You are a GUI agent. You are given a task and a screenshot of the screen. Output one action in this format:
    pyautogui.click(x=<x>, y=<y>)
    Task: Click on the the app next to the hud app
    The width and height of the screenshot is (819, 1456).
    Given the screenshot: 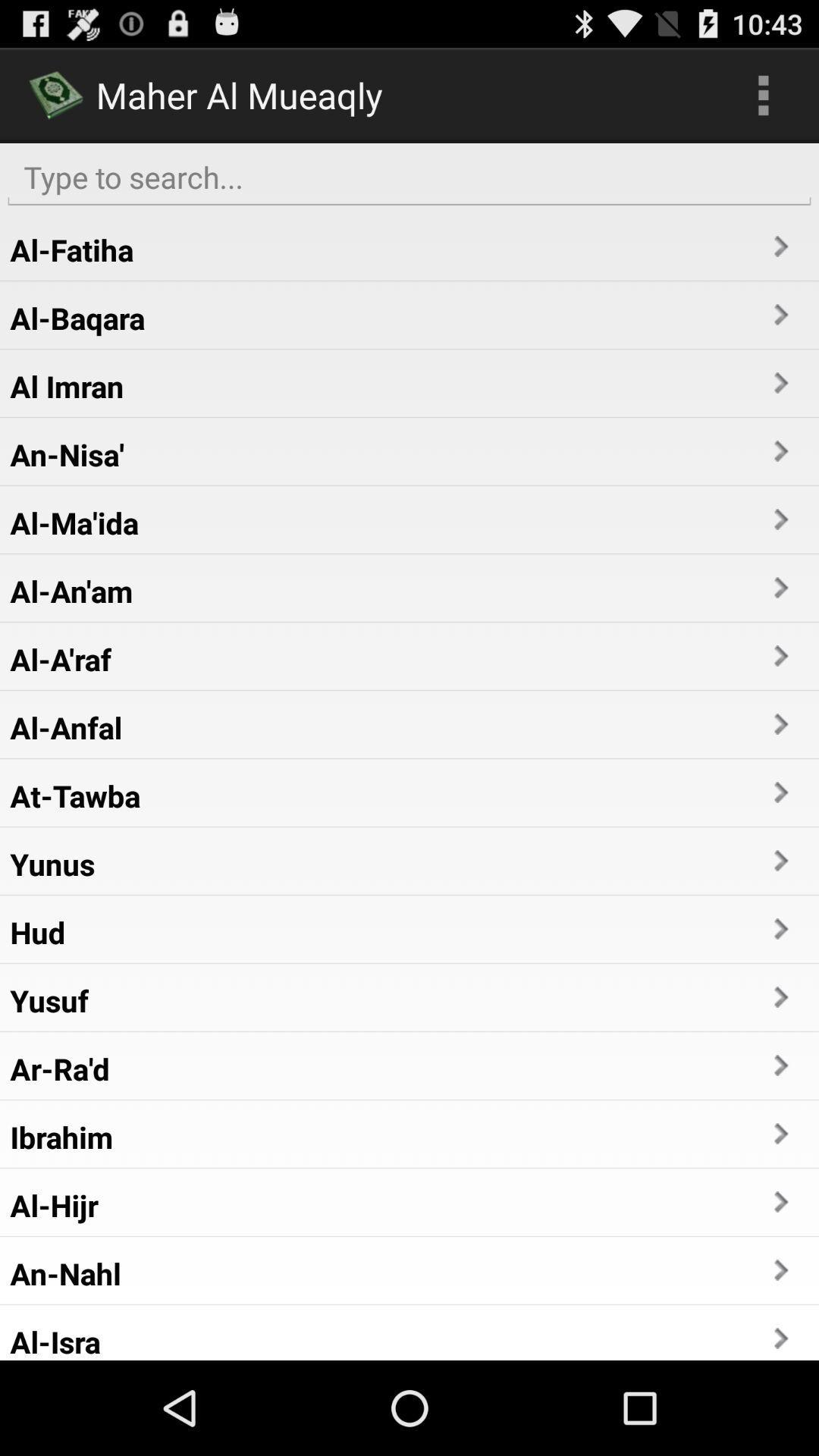 What is the action you would take?
    pyautogui.click(x=780, y=928)
    